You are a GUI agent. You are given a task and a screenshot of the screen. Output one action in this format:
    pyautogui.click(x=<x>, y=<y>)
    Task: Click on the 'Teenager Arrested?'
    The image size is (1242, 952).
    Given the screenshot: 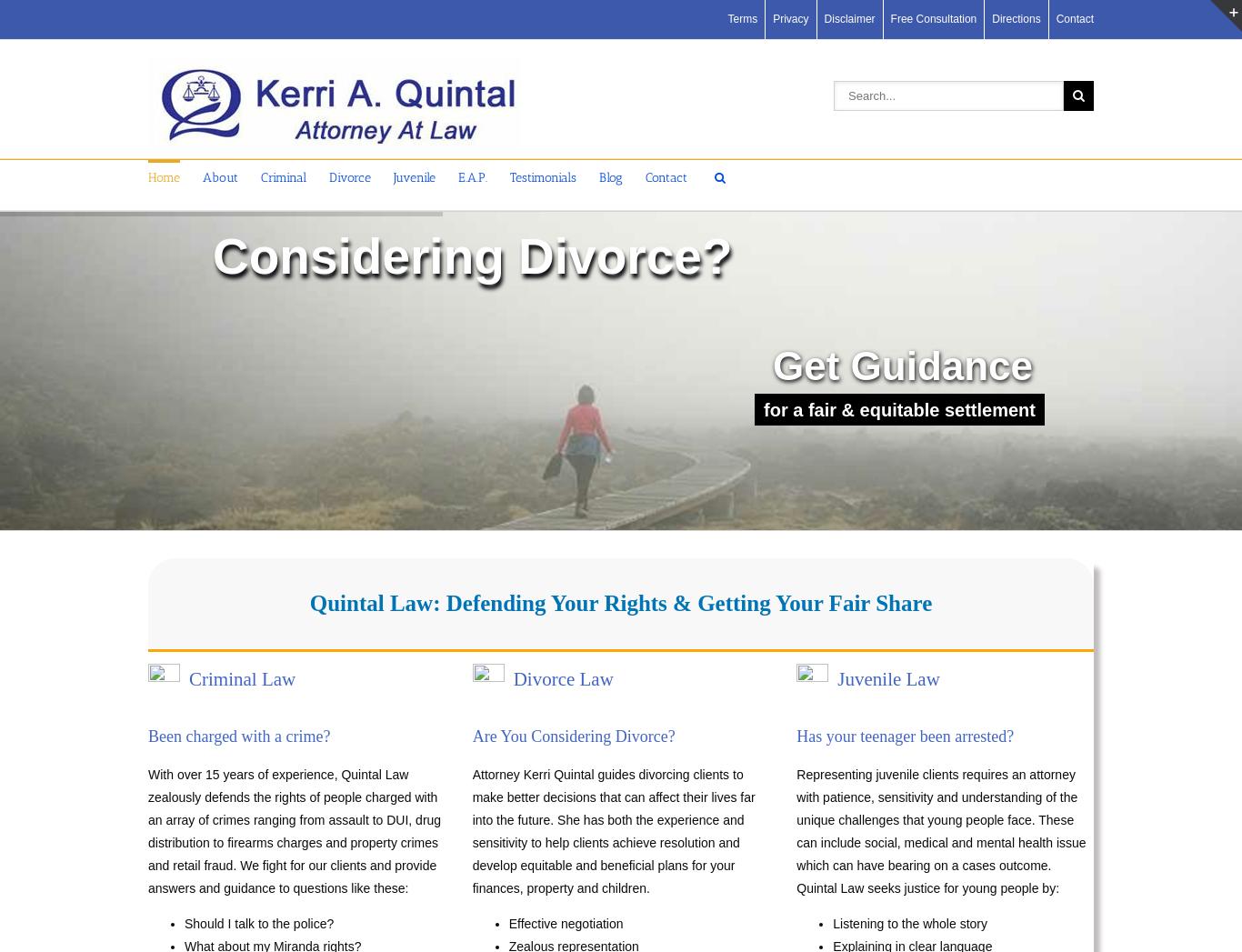 What is the action you would take?
    pyautogui.click(x=204, y=341)
    